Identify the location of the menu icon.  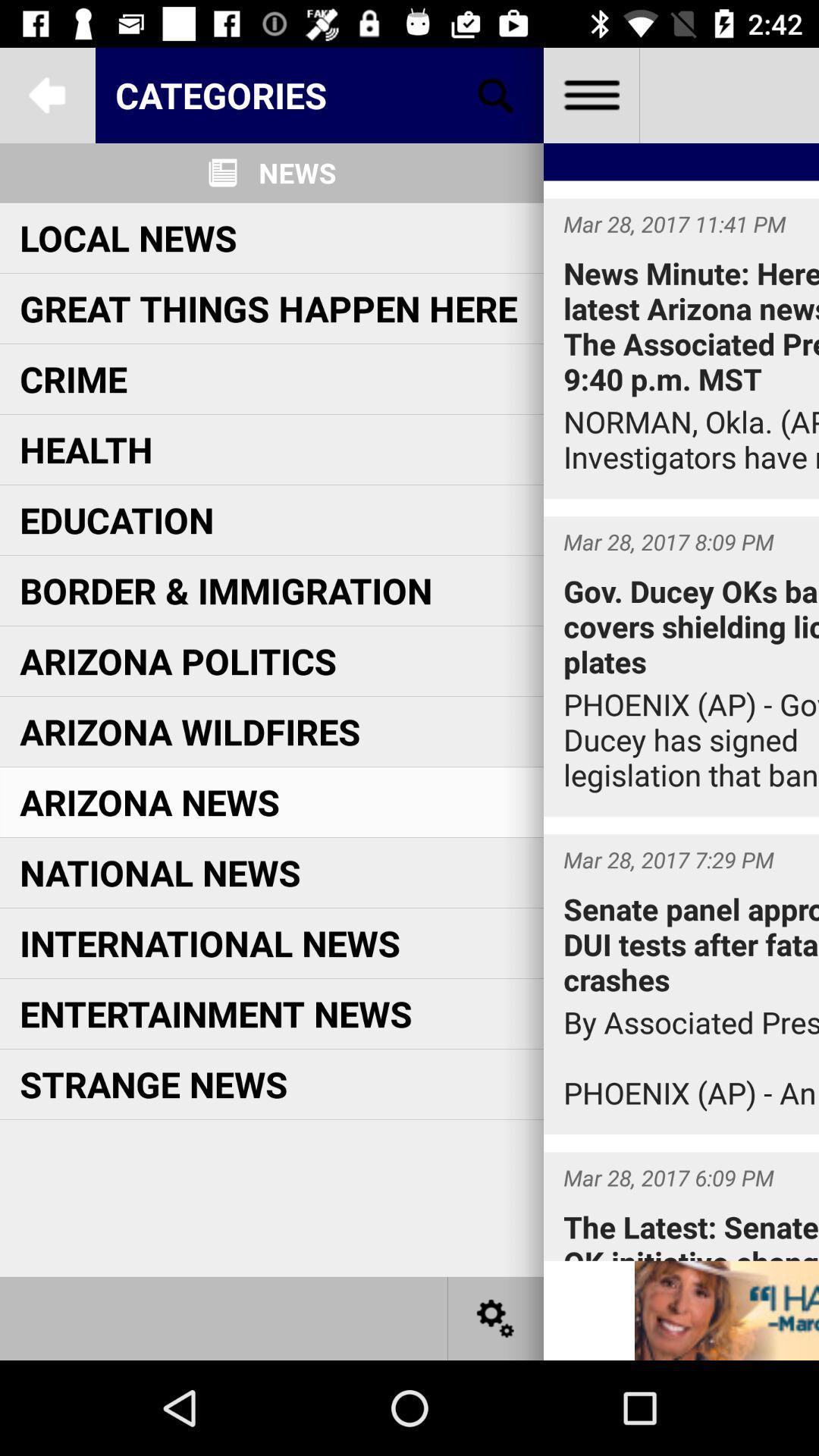
(590, 94).